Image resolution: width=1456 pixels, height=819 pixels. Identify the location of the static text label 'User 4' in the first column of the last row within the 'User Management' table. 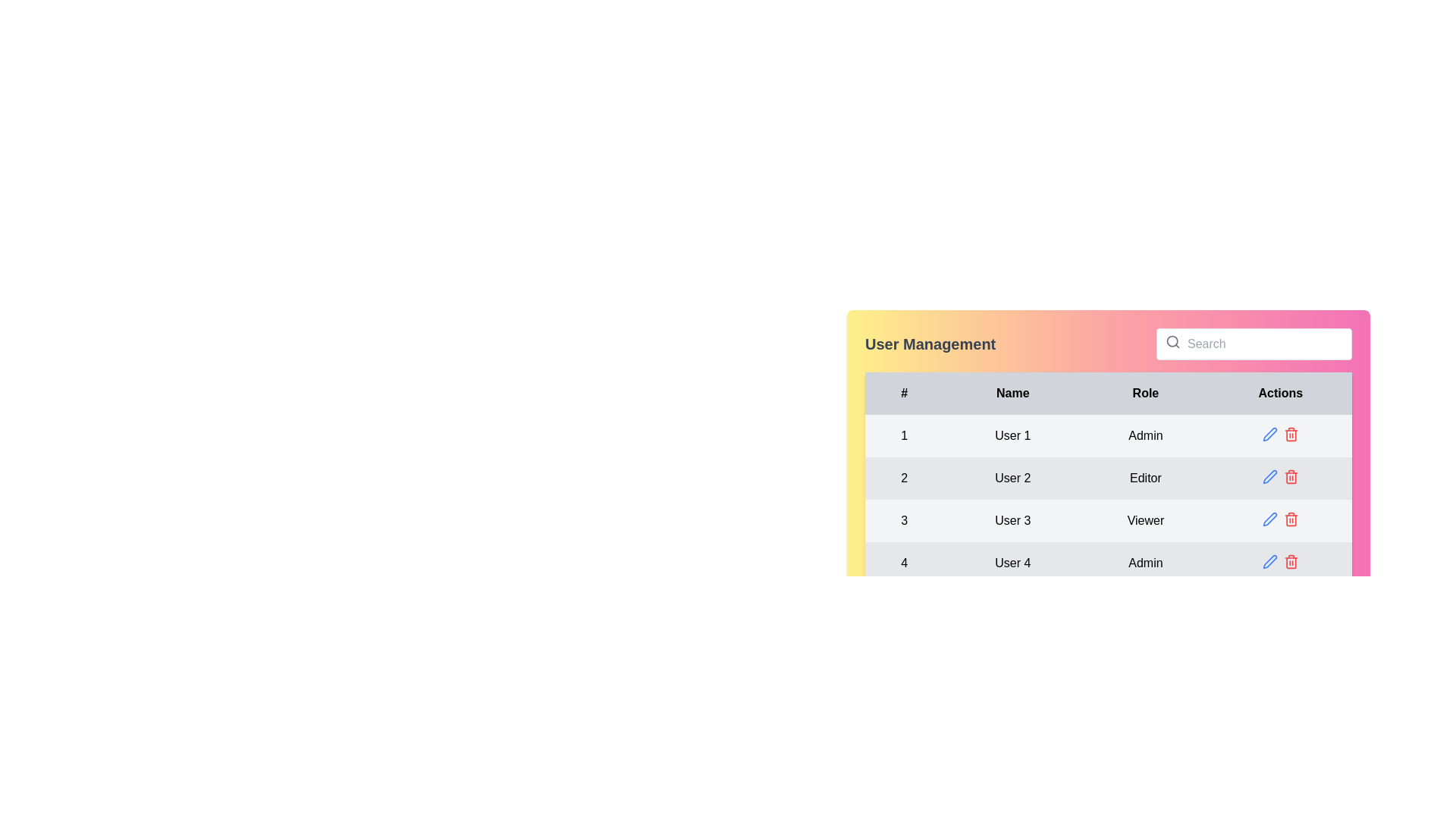
(904, 563).